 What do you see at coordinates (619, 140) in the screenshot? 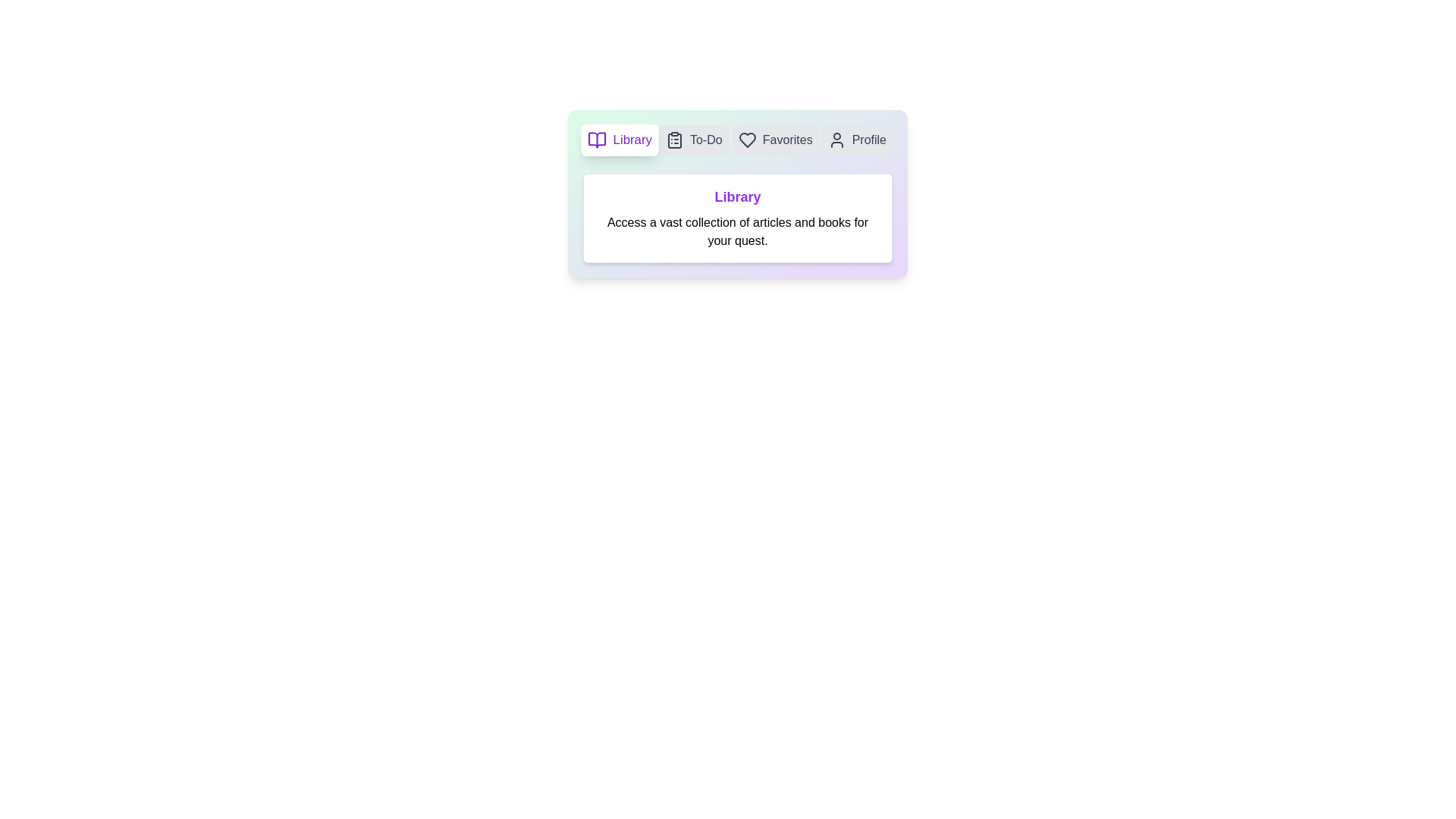
I see `the tab labeled Library to view its content` at bounding box center [619, 140].